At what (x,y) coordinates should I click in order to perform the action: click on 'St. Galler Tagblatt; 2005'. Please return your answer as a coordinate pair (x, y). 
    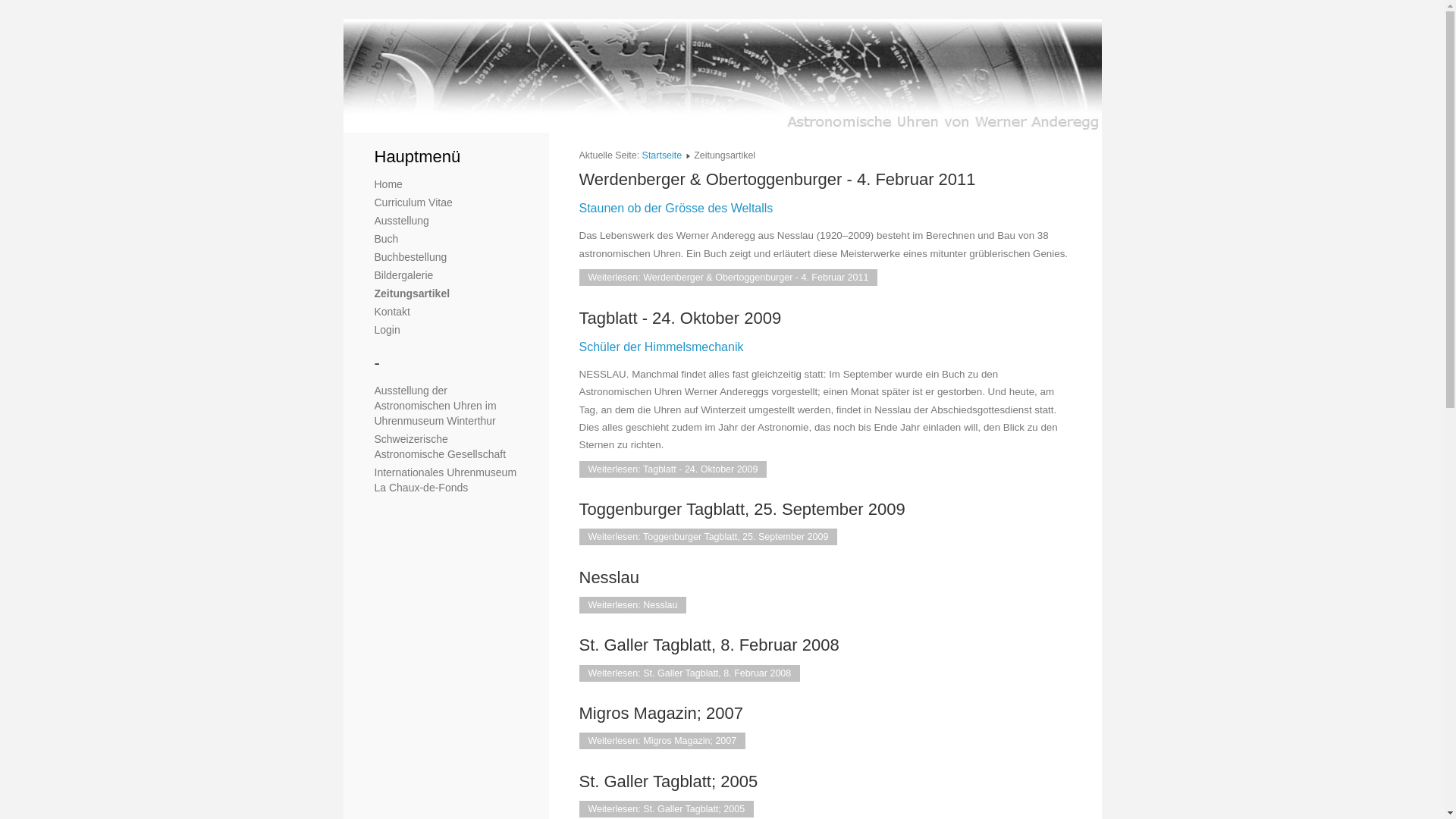
    Looking at the image, I should click on (578, 781).